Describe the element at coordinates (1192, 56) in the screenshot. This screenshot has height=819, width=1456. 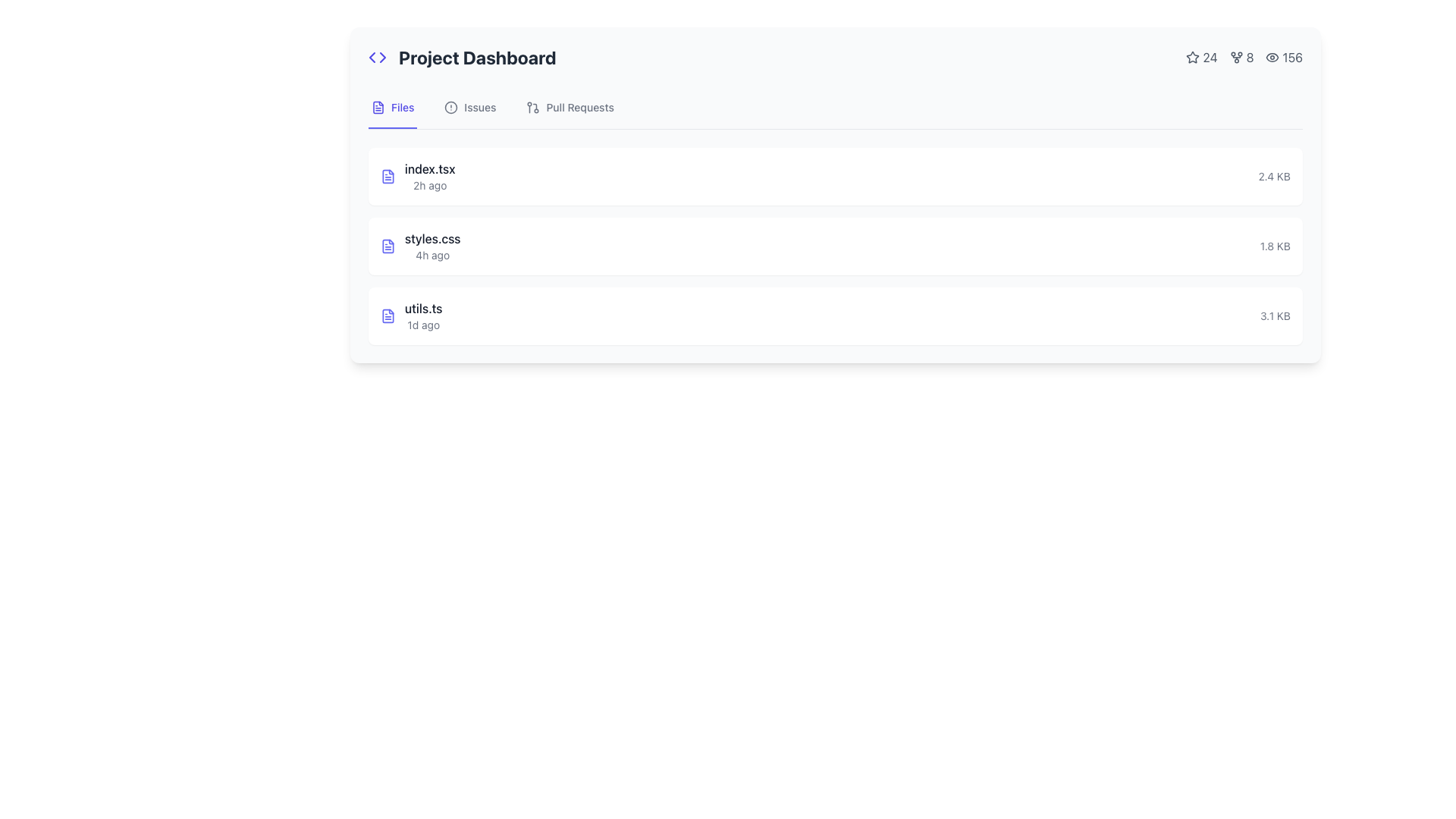
I see `the star icon located in the top-right corner of the interface to interact with it` at that location.